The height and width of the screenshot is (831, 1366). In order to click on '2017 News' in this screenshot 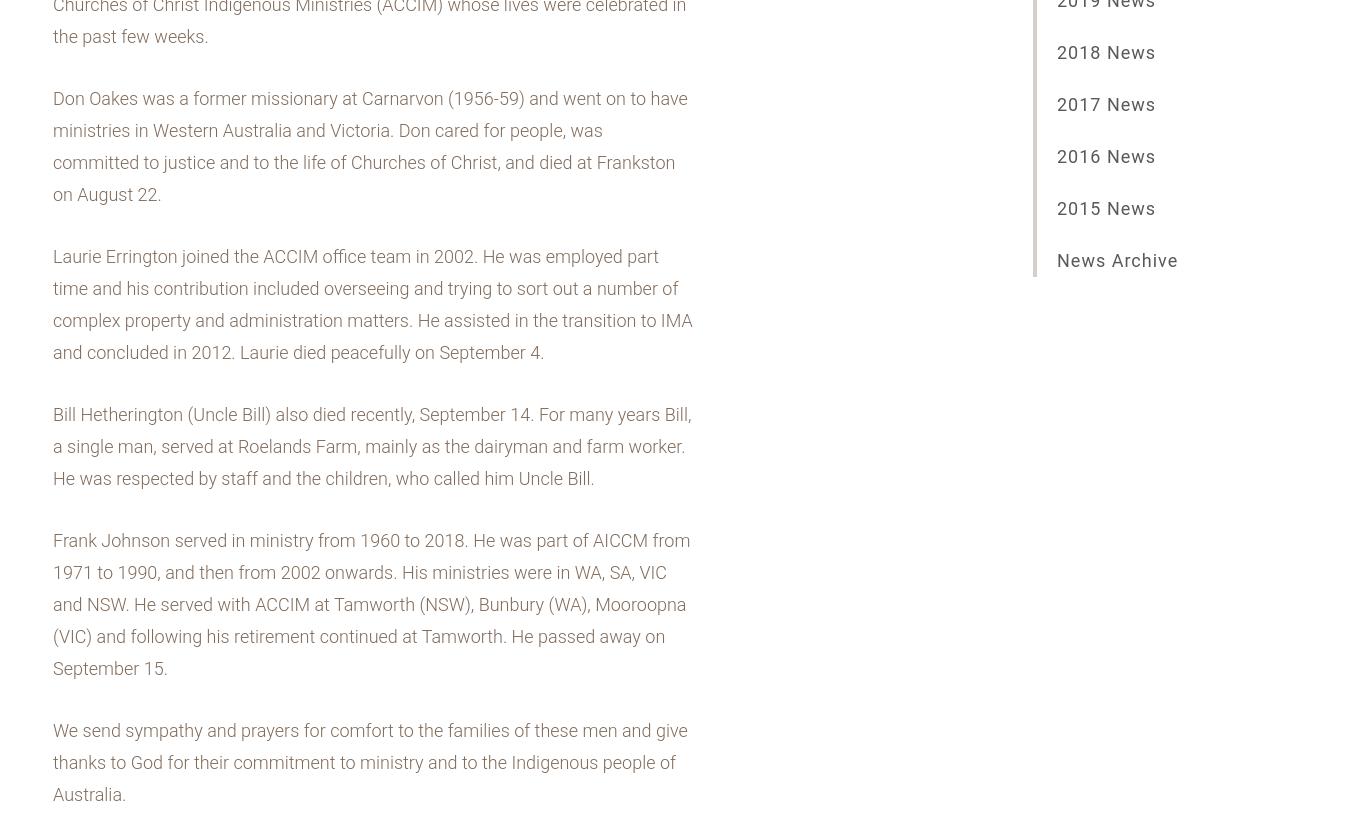, I will do `click(1105, 104)`.